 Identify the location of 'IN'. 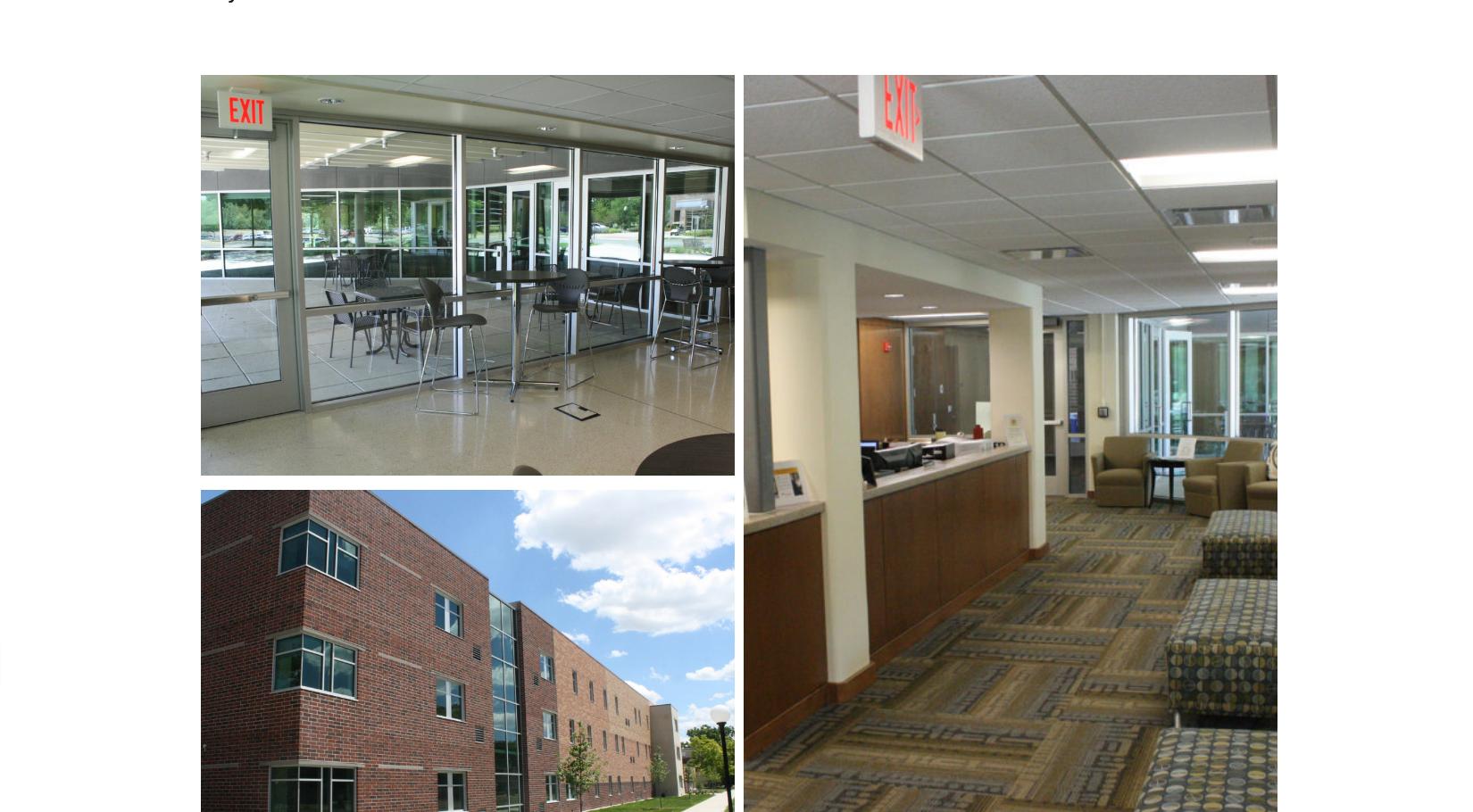
(1014, 636).